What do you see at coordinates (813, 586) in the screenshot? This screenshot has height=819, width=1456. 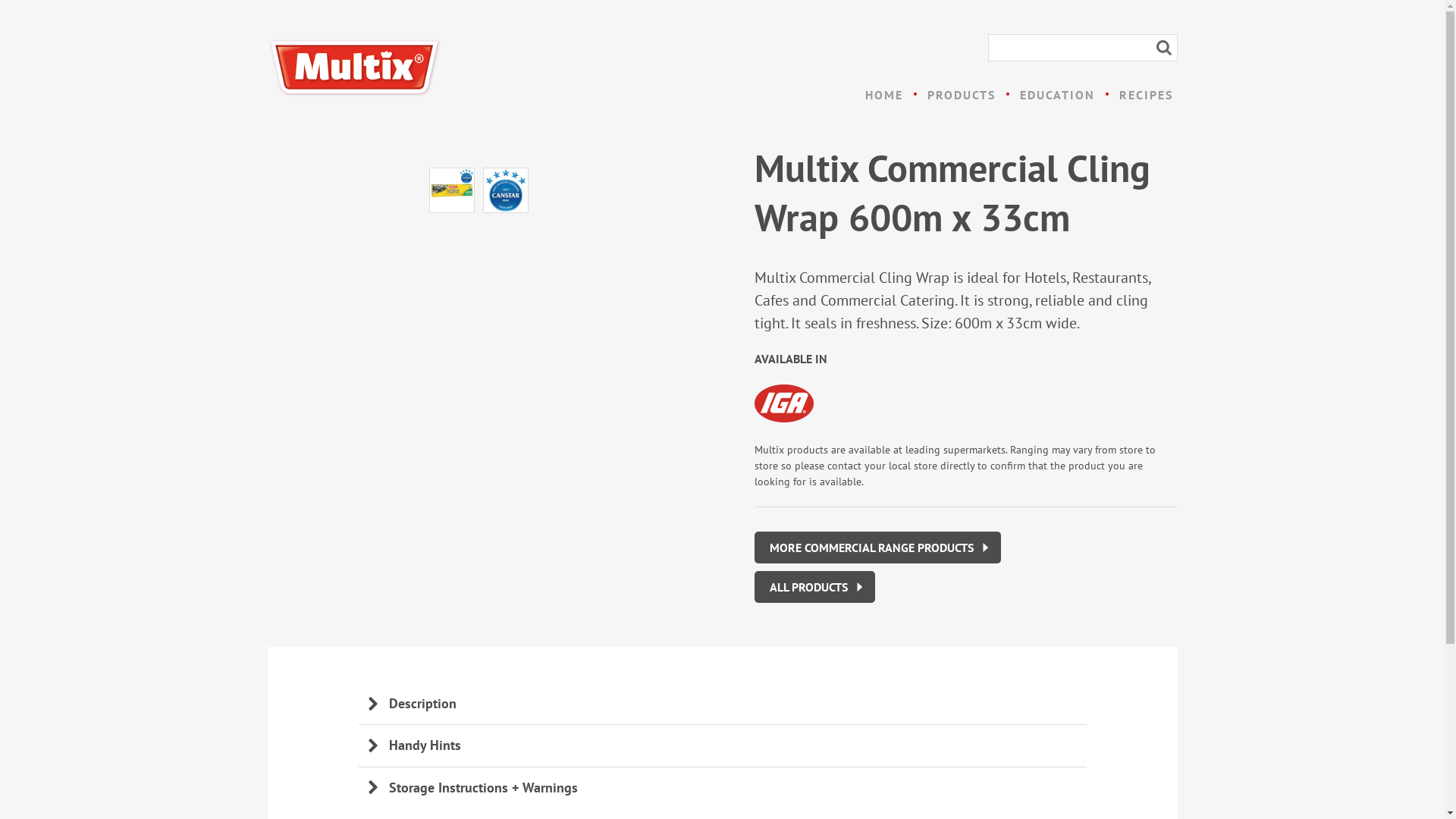 I see `'ALL PRODUCTS'` at bounding box center [813, 586].